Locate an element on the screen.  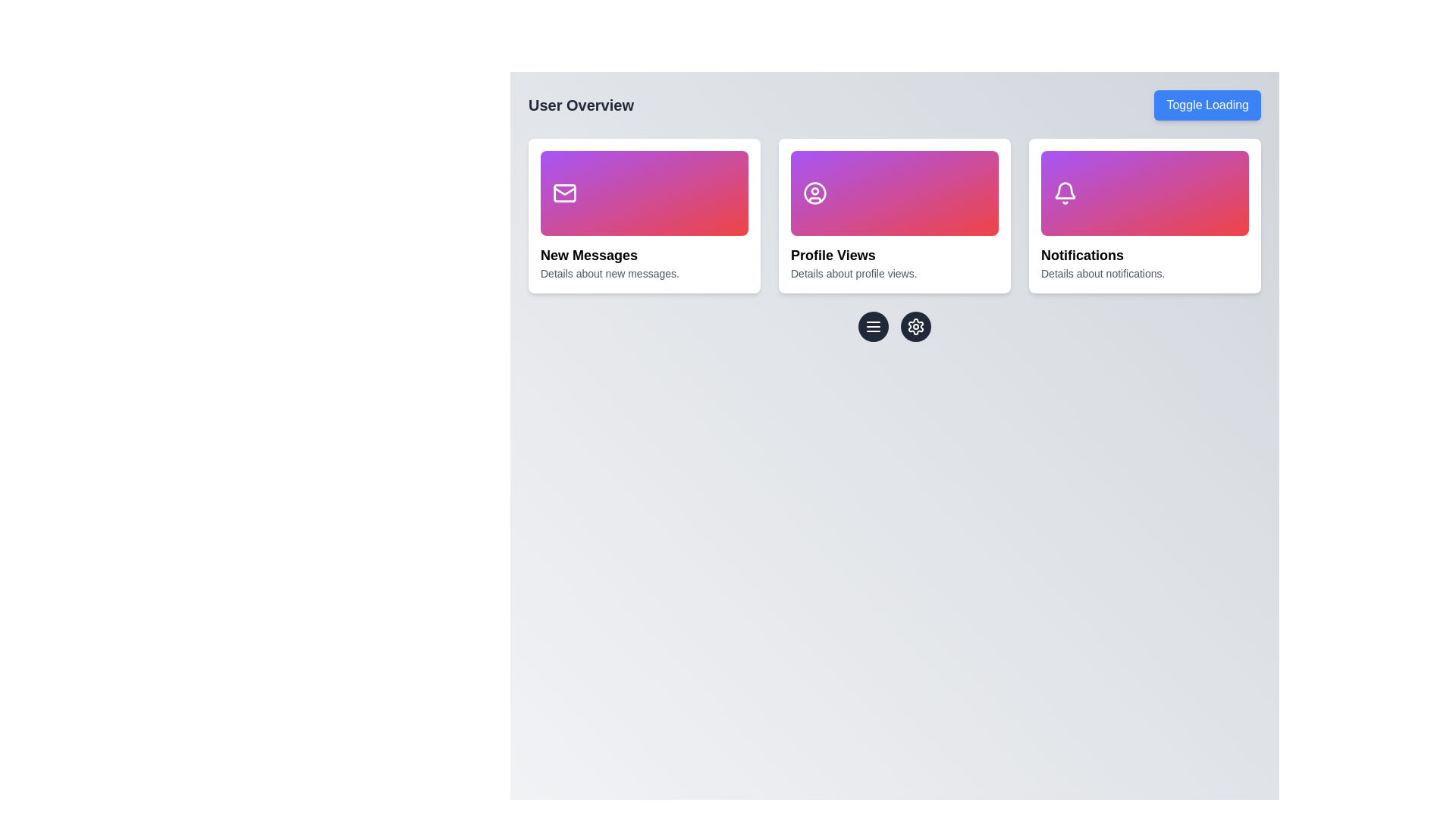
the Text label that serves as the title for the notifications information card, located in the third column under the bell icon is located at coordinates (1081, 254).